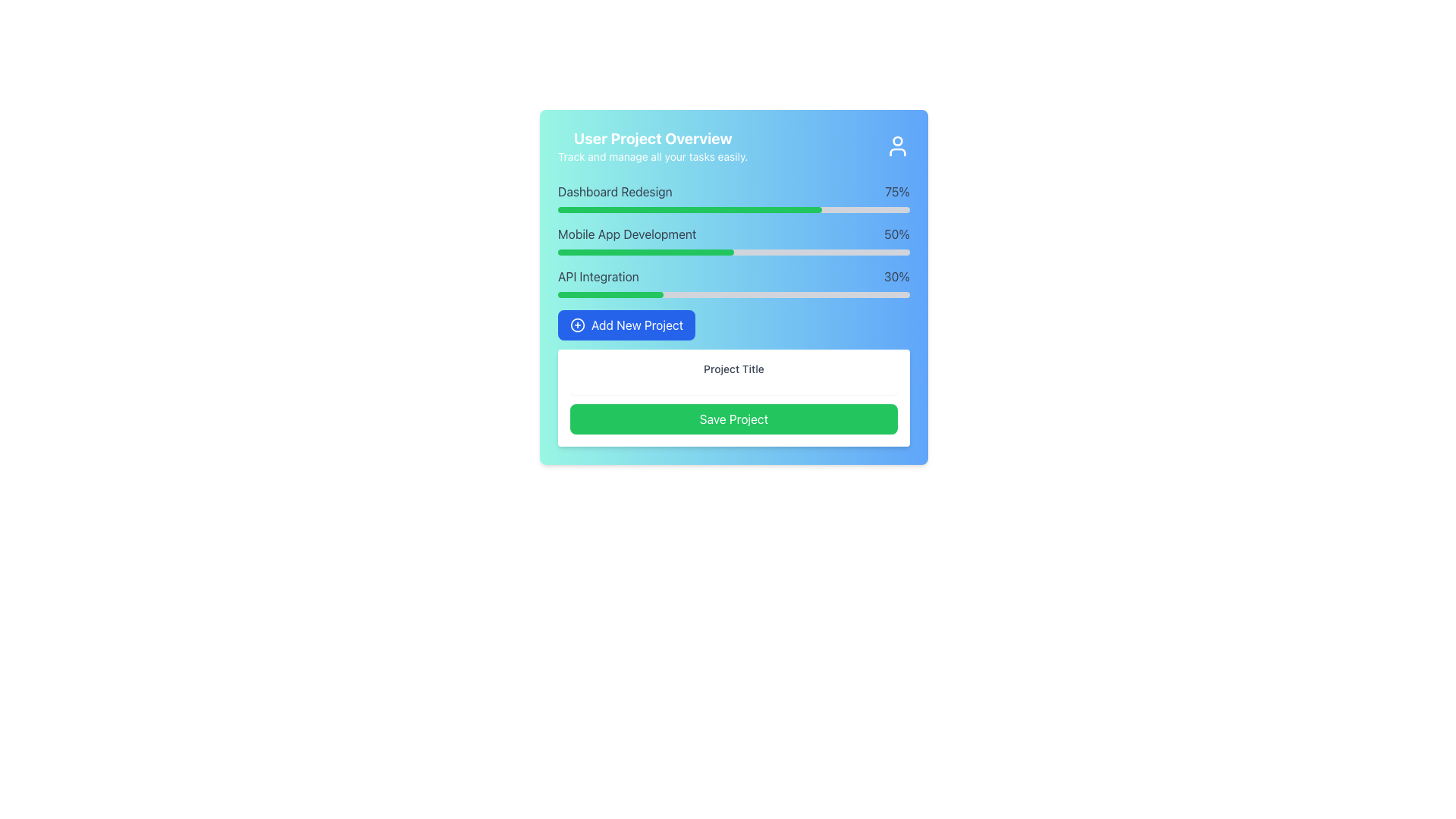  I want to click on the second progress bar indicating 50% completion of the 'Mobile App Development' task, located below the corresponding text, so click(734, 251).